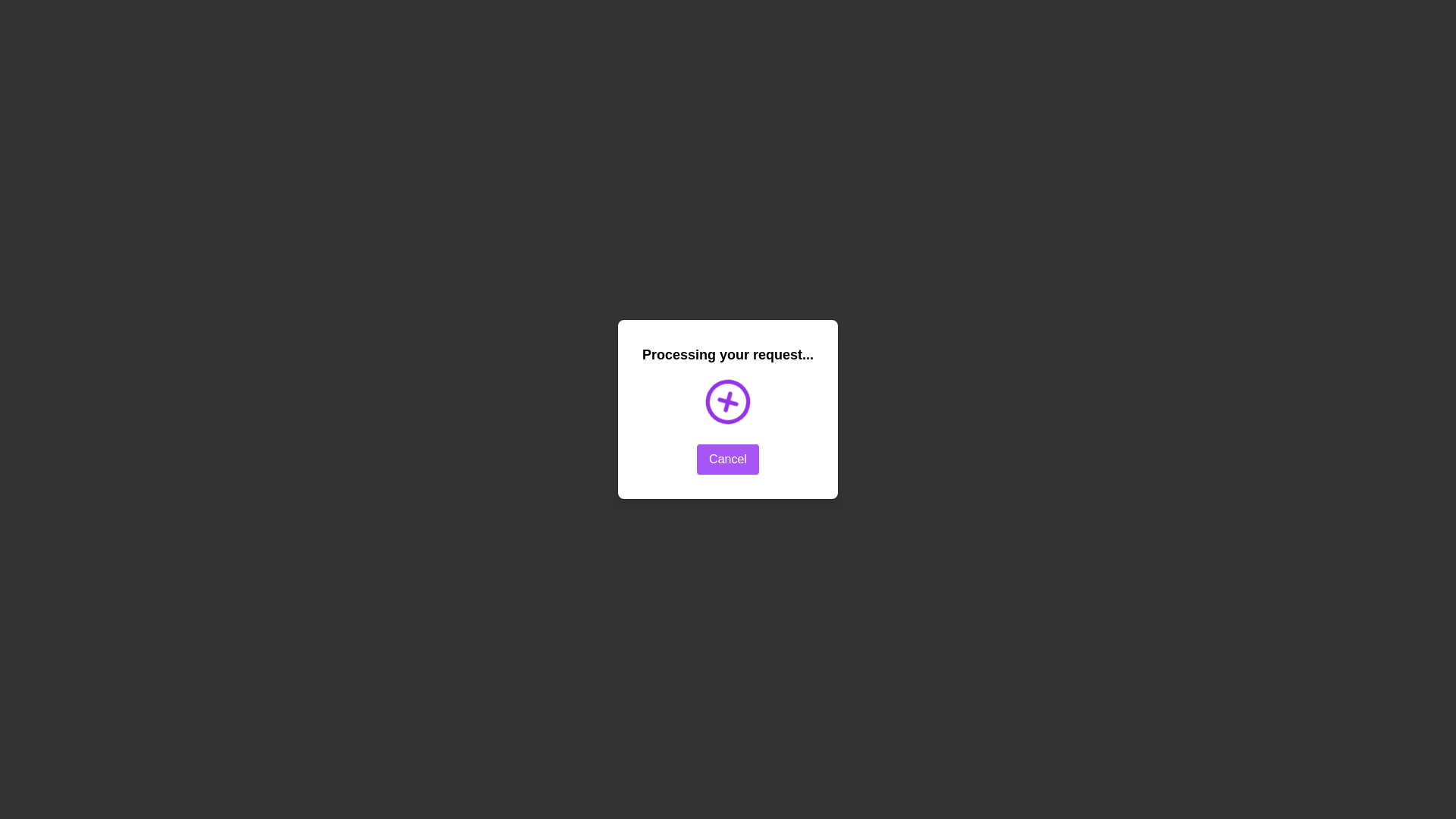 Image resolution: width=1456 pixels, height=819 pixels. What do you see at coordinates (728, 400) in the screenshot?
I see `the purple circular interactive graphical indicator with a cross mark ('X') located at the center of the modal titled 'Processing your request...'` at bounding box center [728, 400].